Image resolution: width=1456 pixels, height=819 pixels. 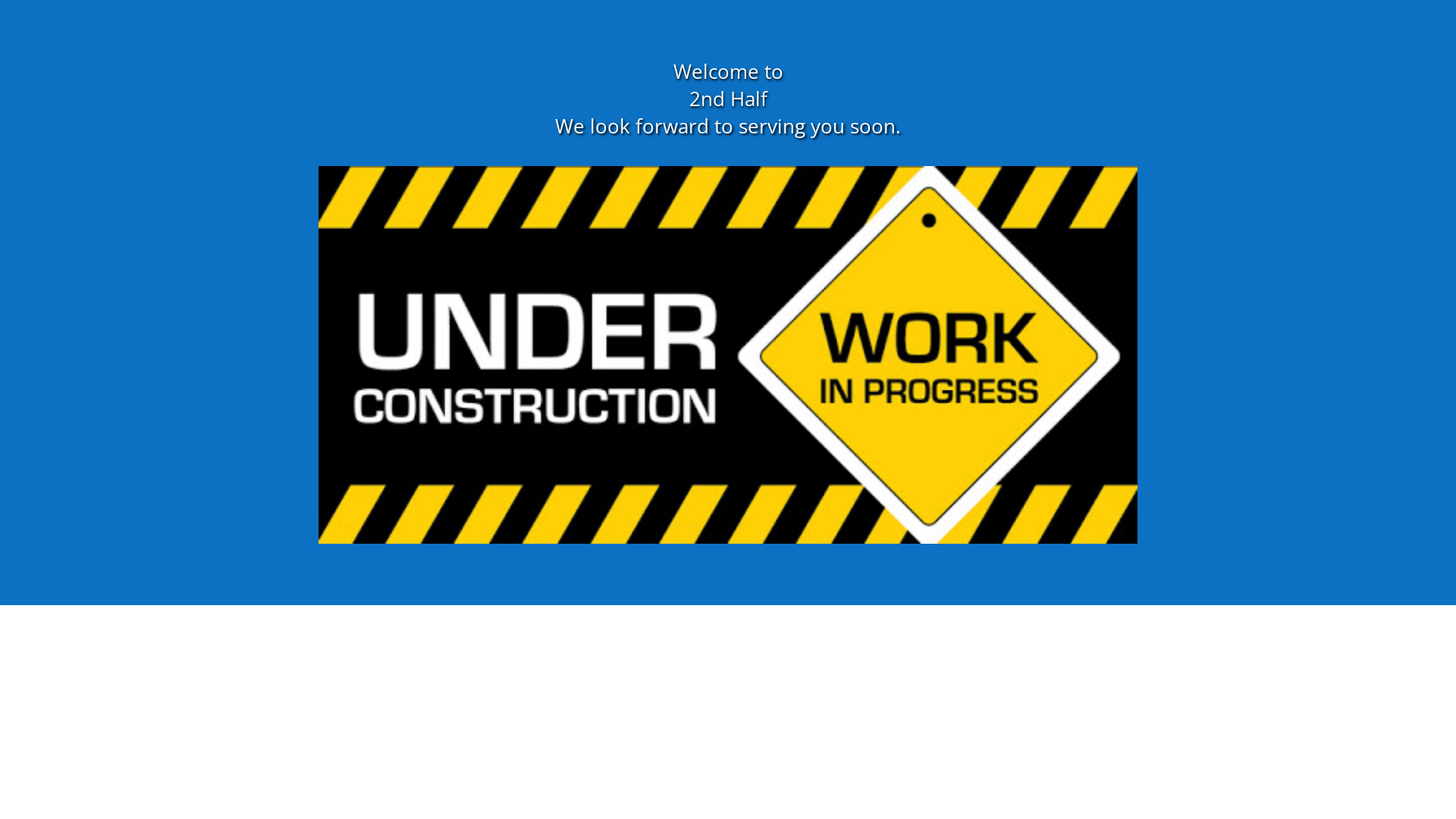 What do you see at coordinates (728, 354) in the screenshot?
I see `'unnamed'` at bounding box center [728, 354].